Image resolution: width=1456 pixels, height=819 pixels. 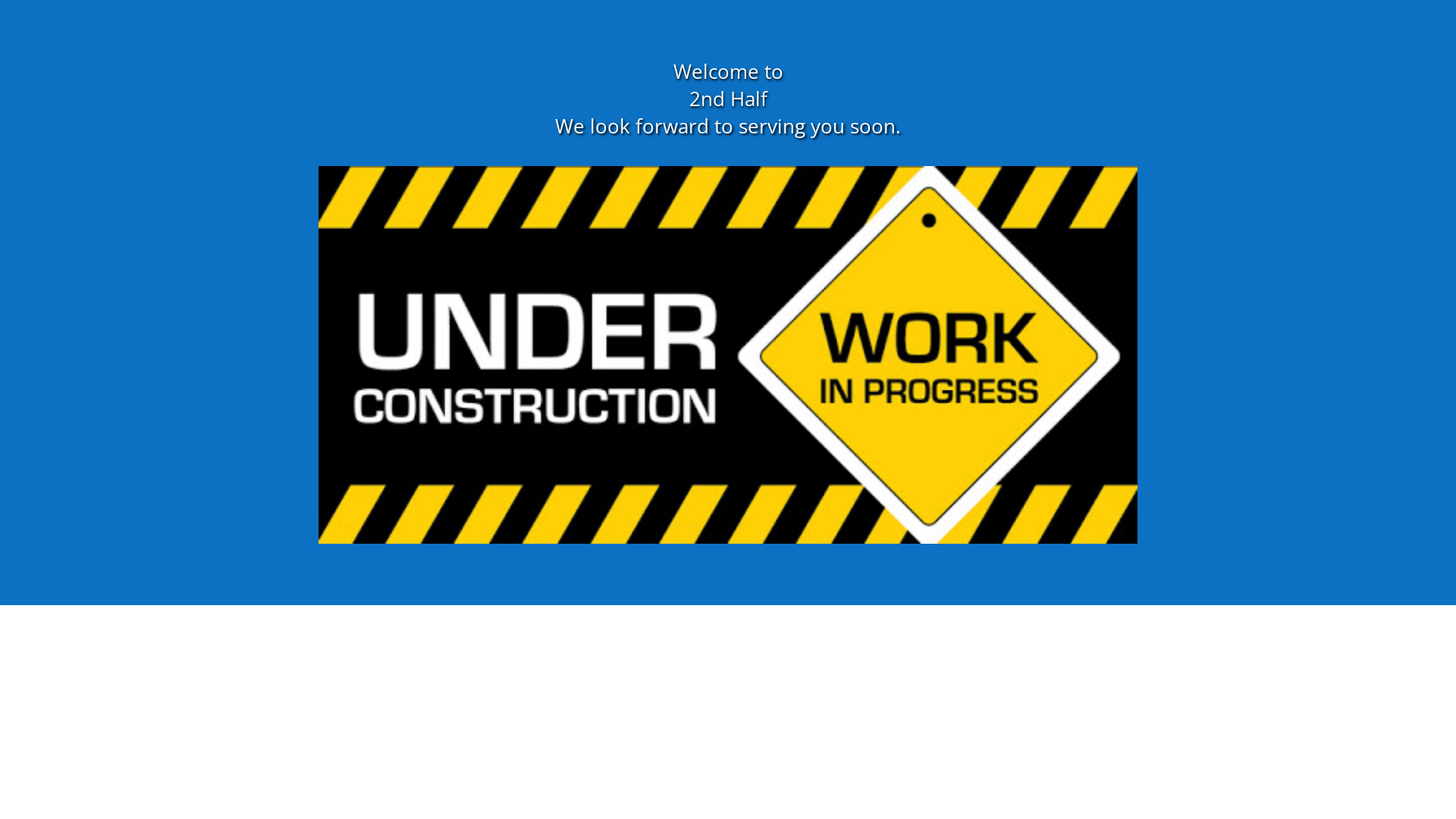 What do you see at coordinates (728, 354) in the screenshot?
I see `'unnamed'` at bounding box center [728, 354].